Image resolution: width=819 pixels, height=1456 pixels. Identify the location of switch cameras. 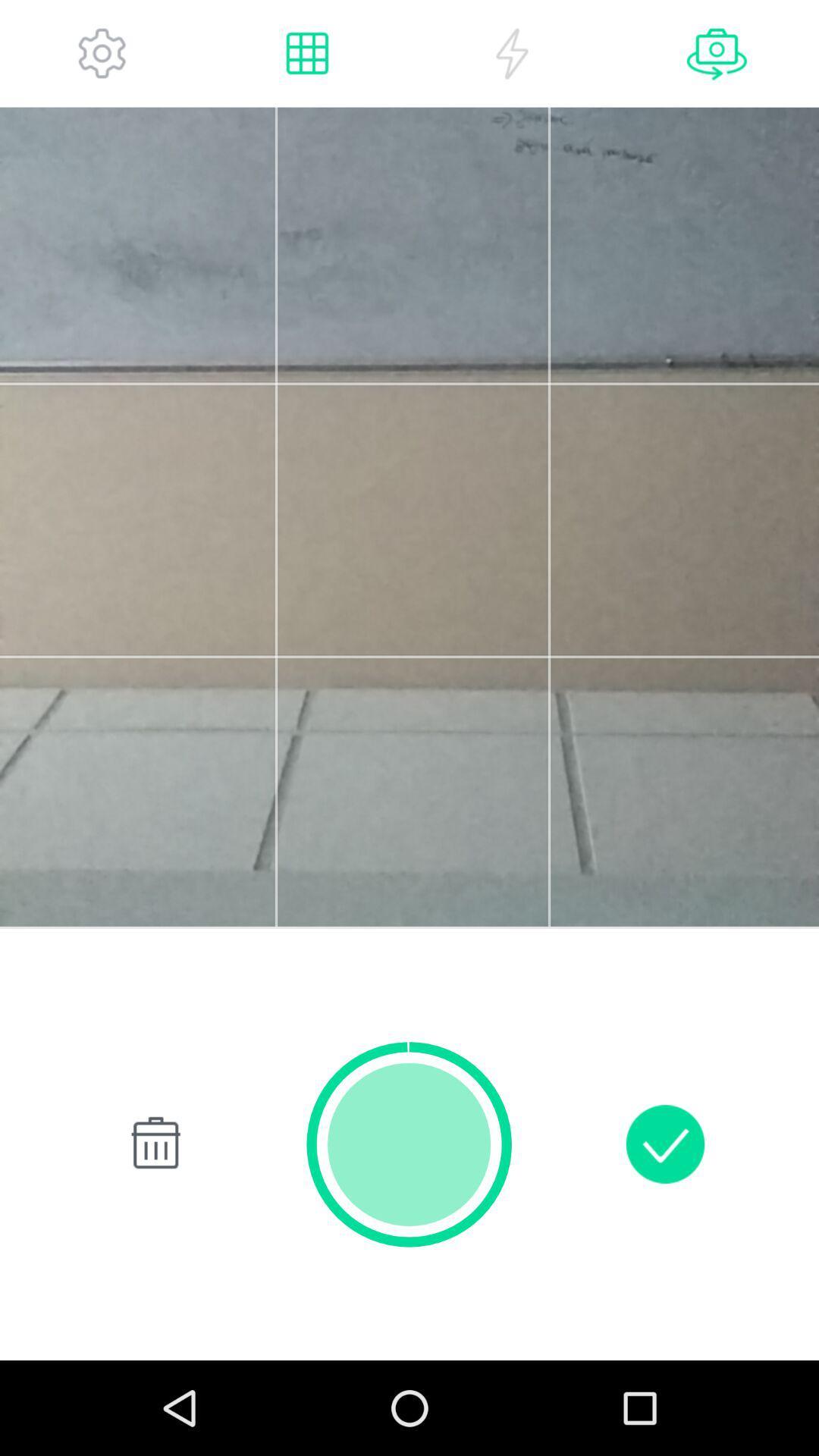
(717, 53).